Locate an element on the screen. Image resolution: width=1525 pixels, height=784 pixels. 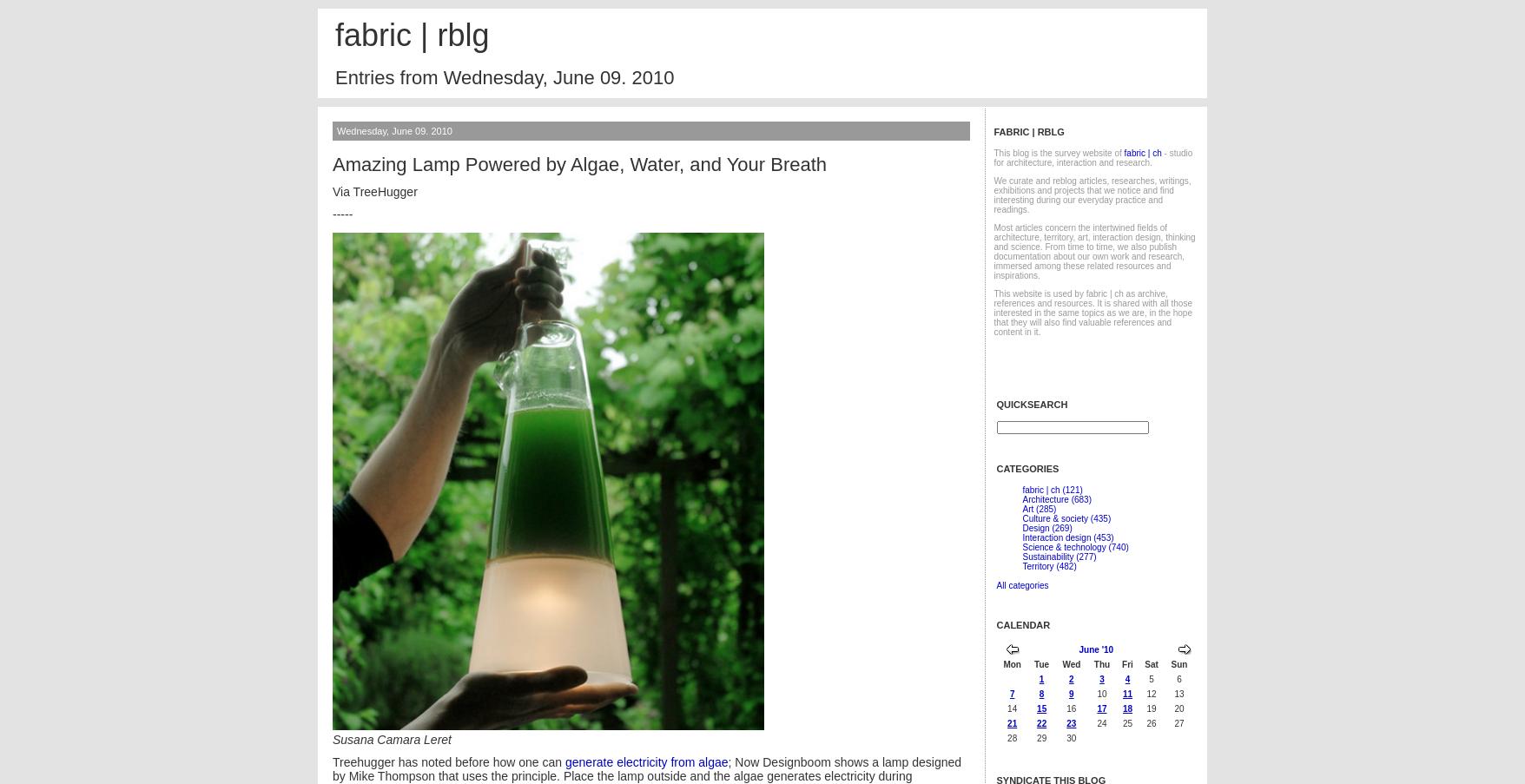
'11' is located at coordinates (1126, 693).